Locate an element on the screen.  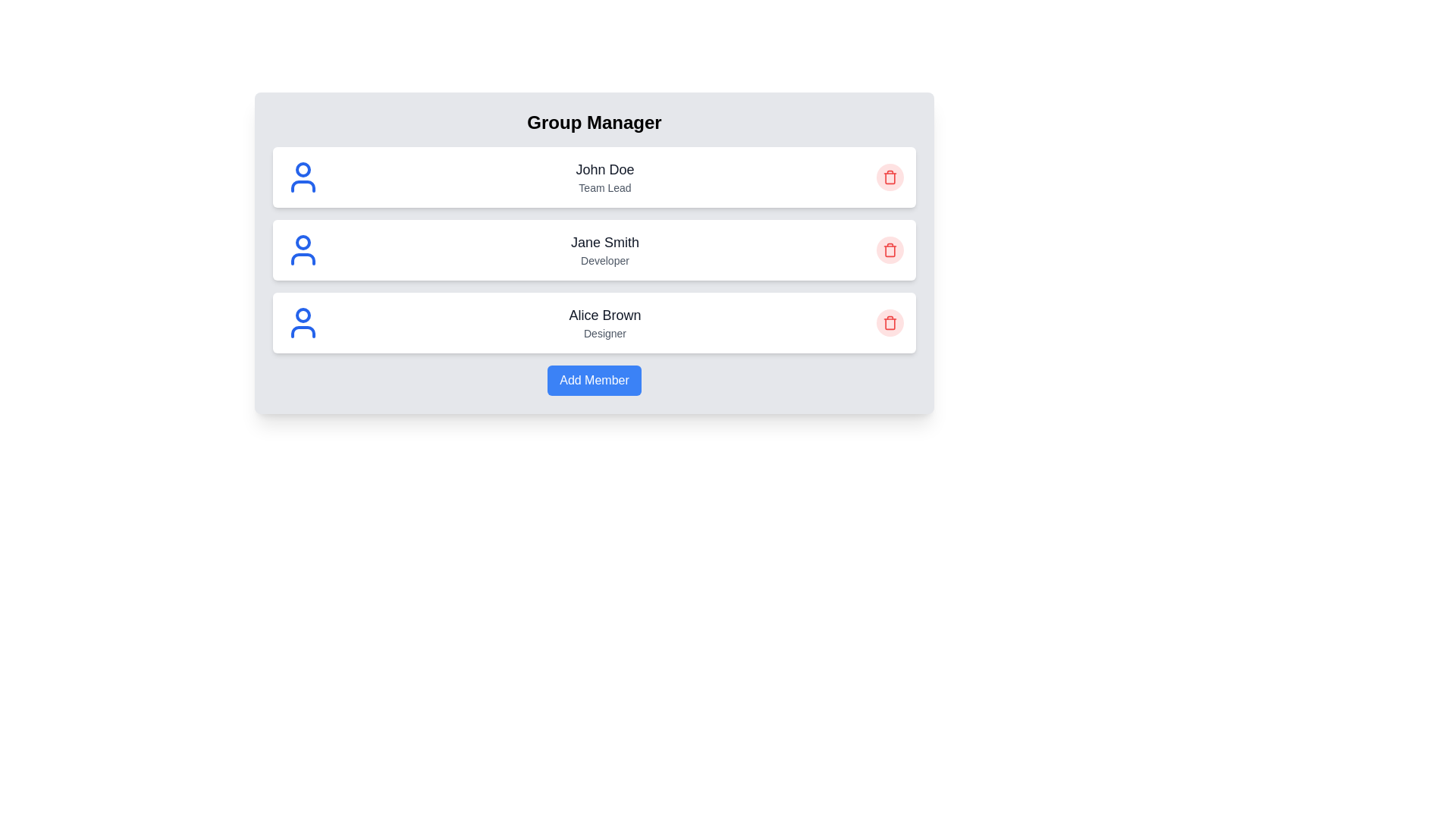
the lower half of the SVG-based user icon, which is a blue curved line resembling a torso, located at the beginning of the user row adjacent to 'John Doe' and 'Team Lead' is located at coordinates (303, 186).